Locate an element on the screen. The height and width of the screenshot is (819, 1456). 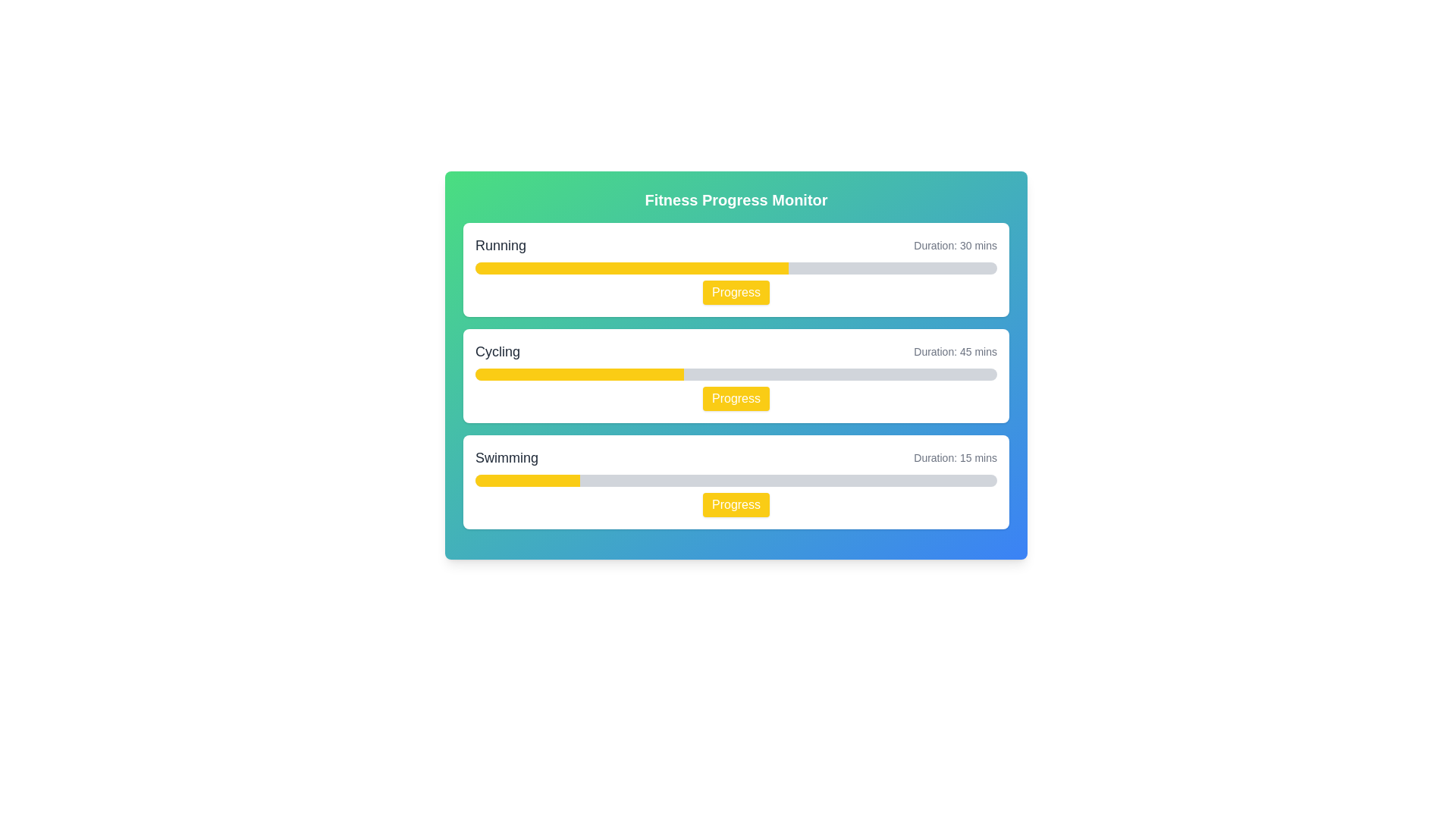
the text label displaying 'Running' in bold font located in the first activity card of the fitness progress interface is located at coordinates (500, 245).